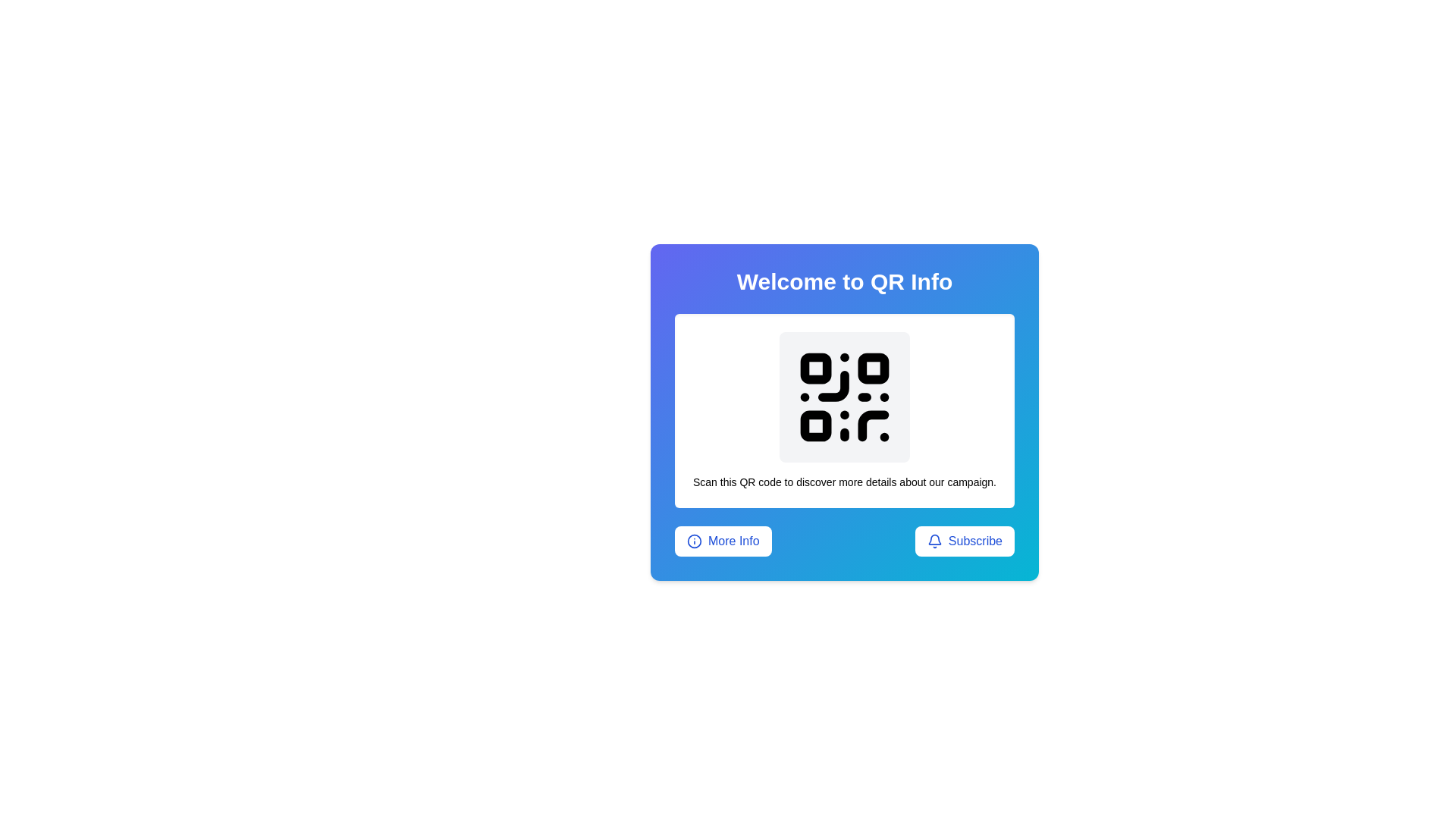 Image resolution: width=1456 pixels, height=819 pixels. I want to click on the graphical component within the QR code representation located in the top-left corner of the QR code structure, so click(815, 369).